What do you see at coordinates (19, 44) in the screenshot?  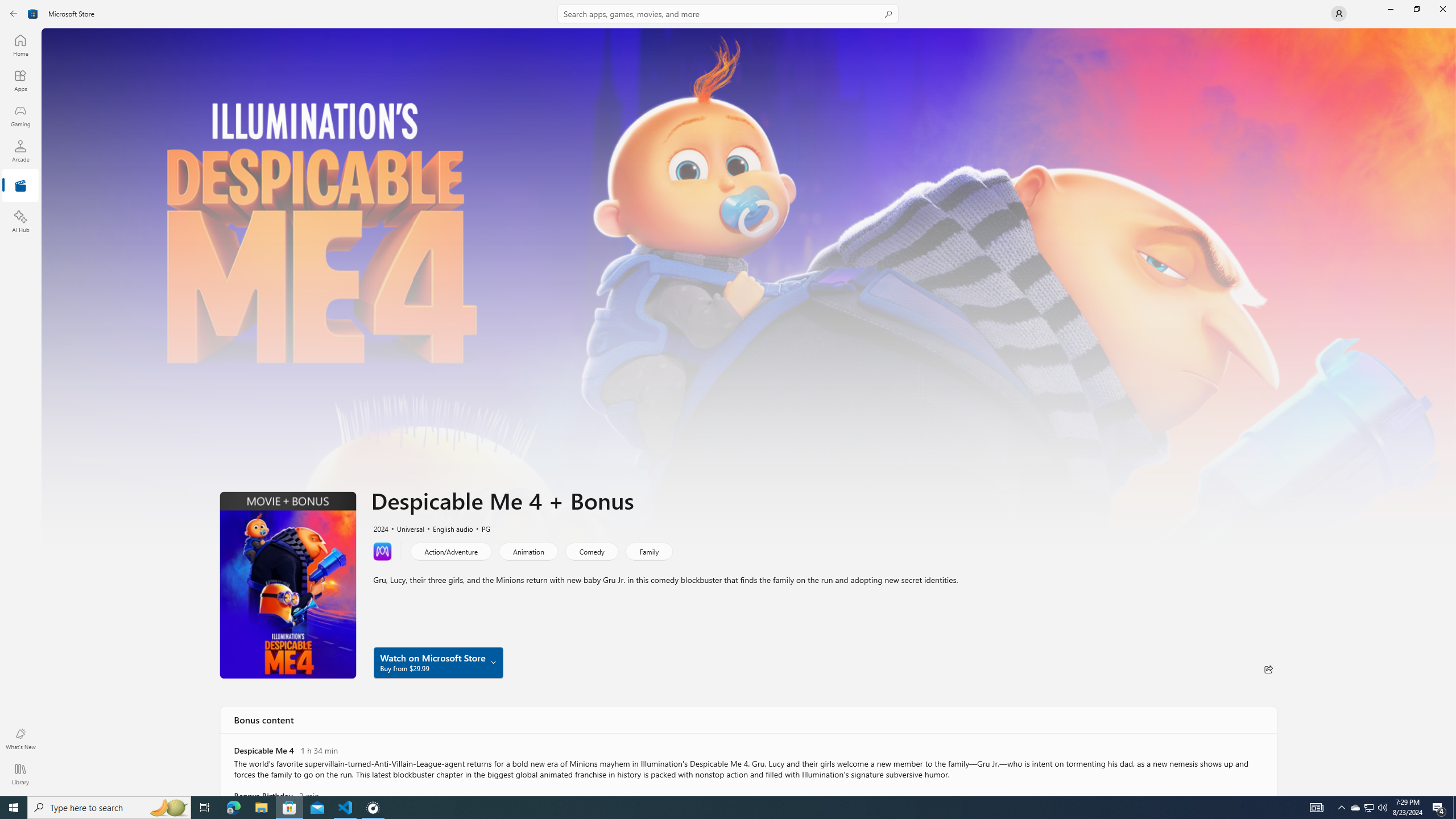 I see `'Home'` at bounding box center [19, 44].